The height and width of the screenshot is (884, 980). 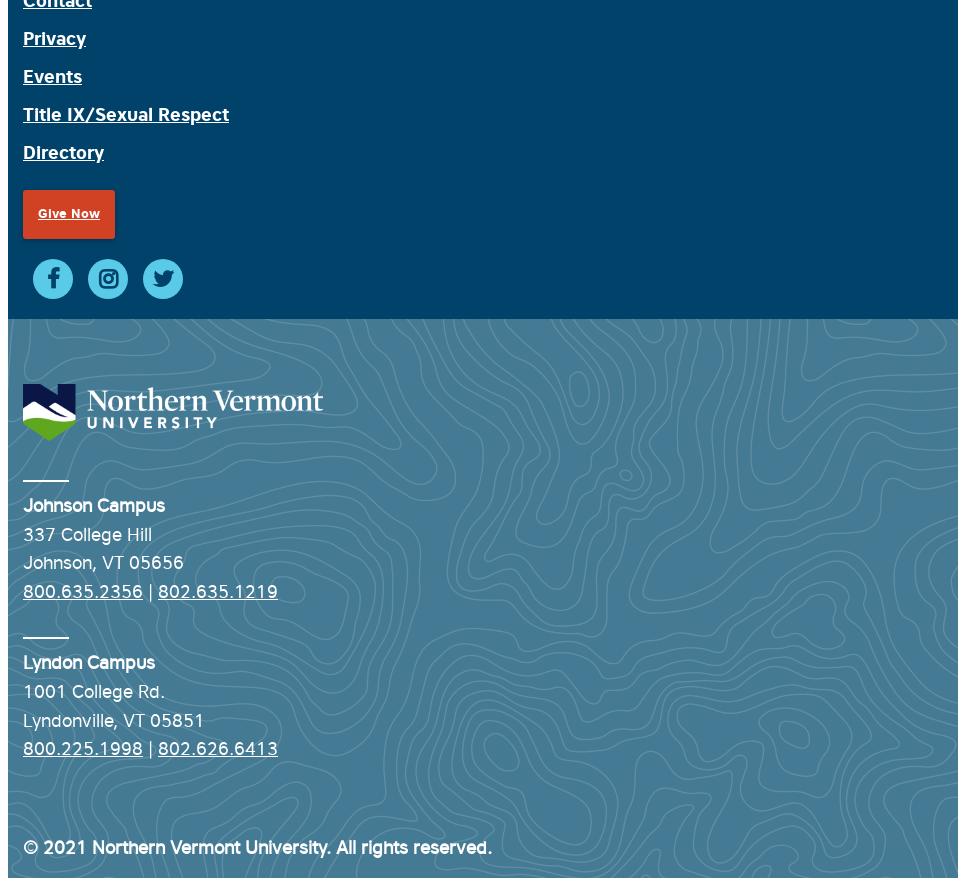 I want to click on 'Lyndon Campus', so click(x=88, y=661).